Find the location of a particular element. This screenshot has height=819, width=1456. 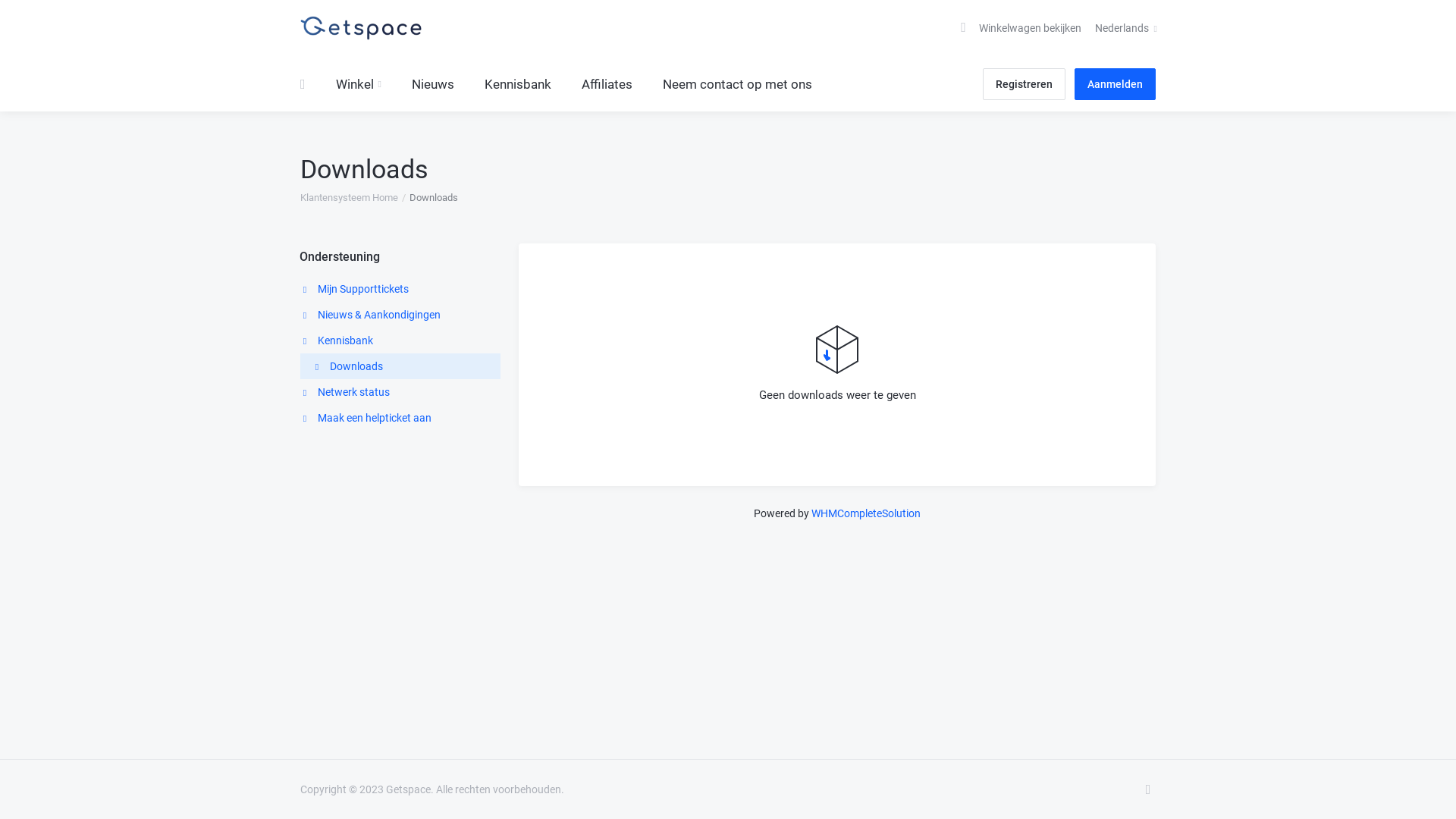

'Mijn Supporttickets' is located at coordinates (300, 289).